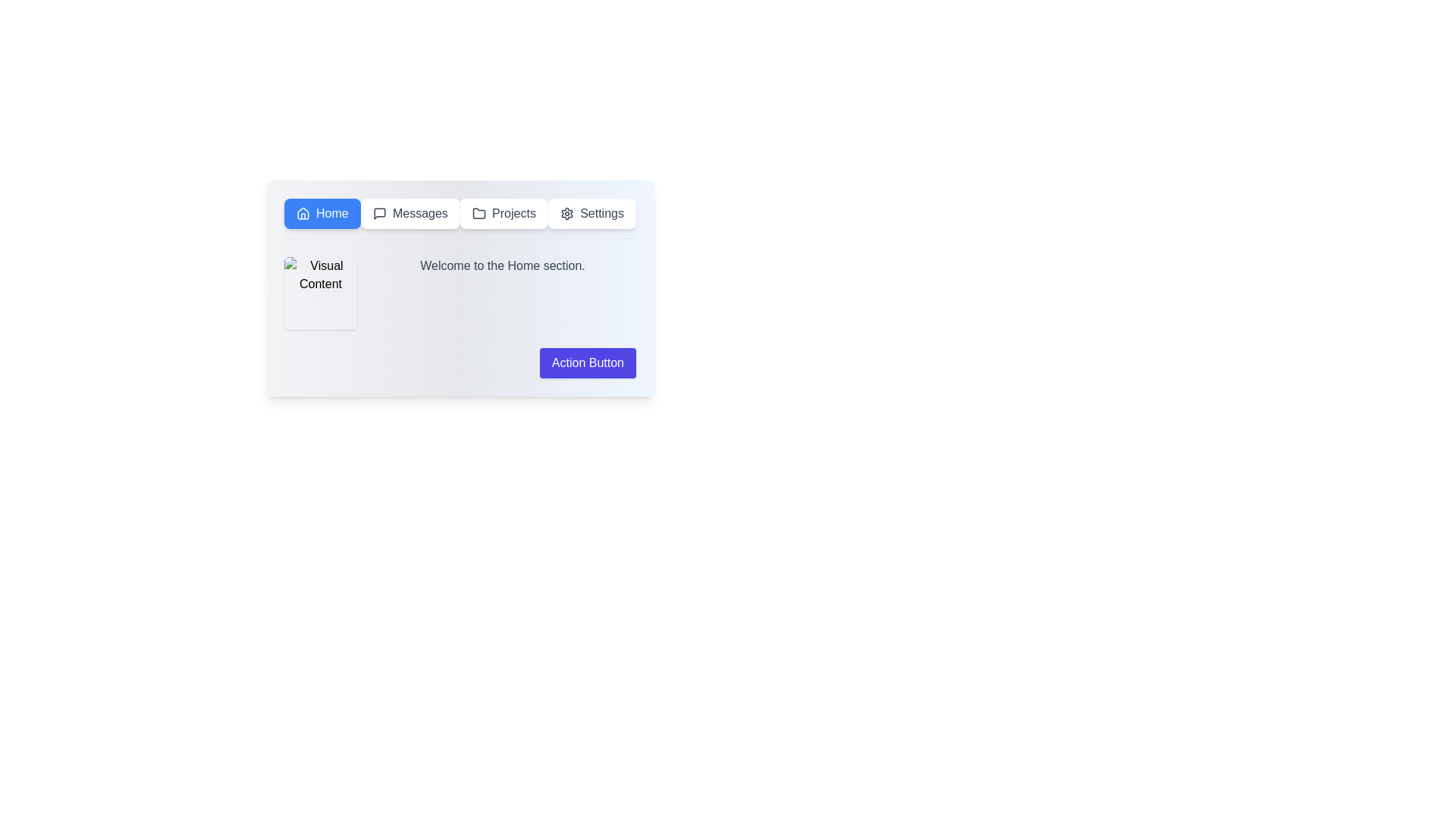  Describe the element at coordinates (479, 213) in the screenshot. I see `the 'Projects' icon located in the menu bar, which serves as the identifier for the 'Projects' section of the interface` at that location.